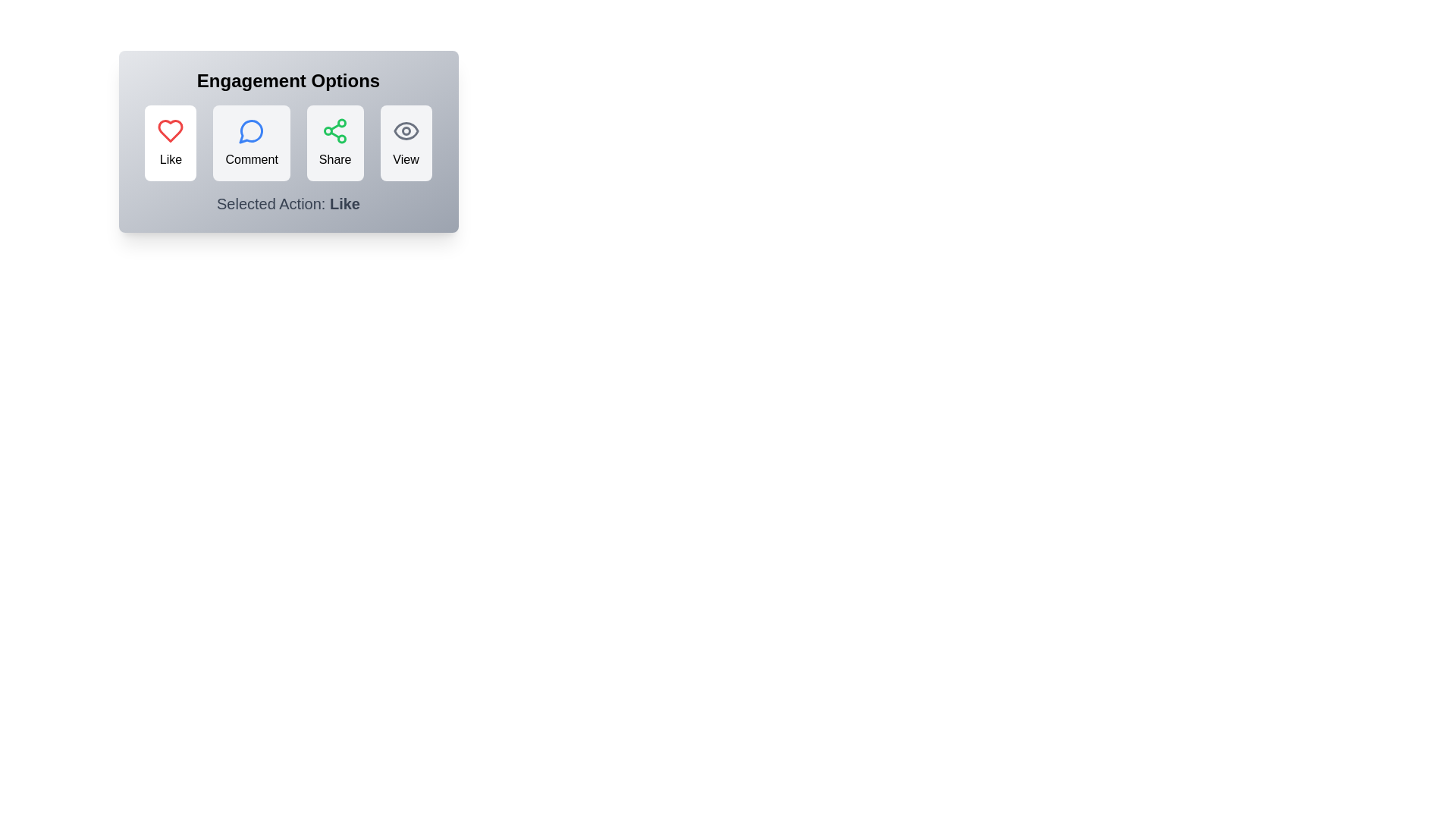 This screenshot has height=819, width=1456. Describe the element at coordinates (171, 143) in the screenshot. I see `the Like button to see its hover effect` at that location.